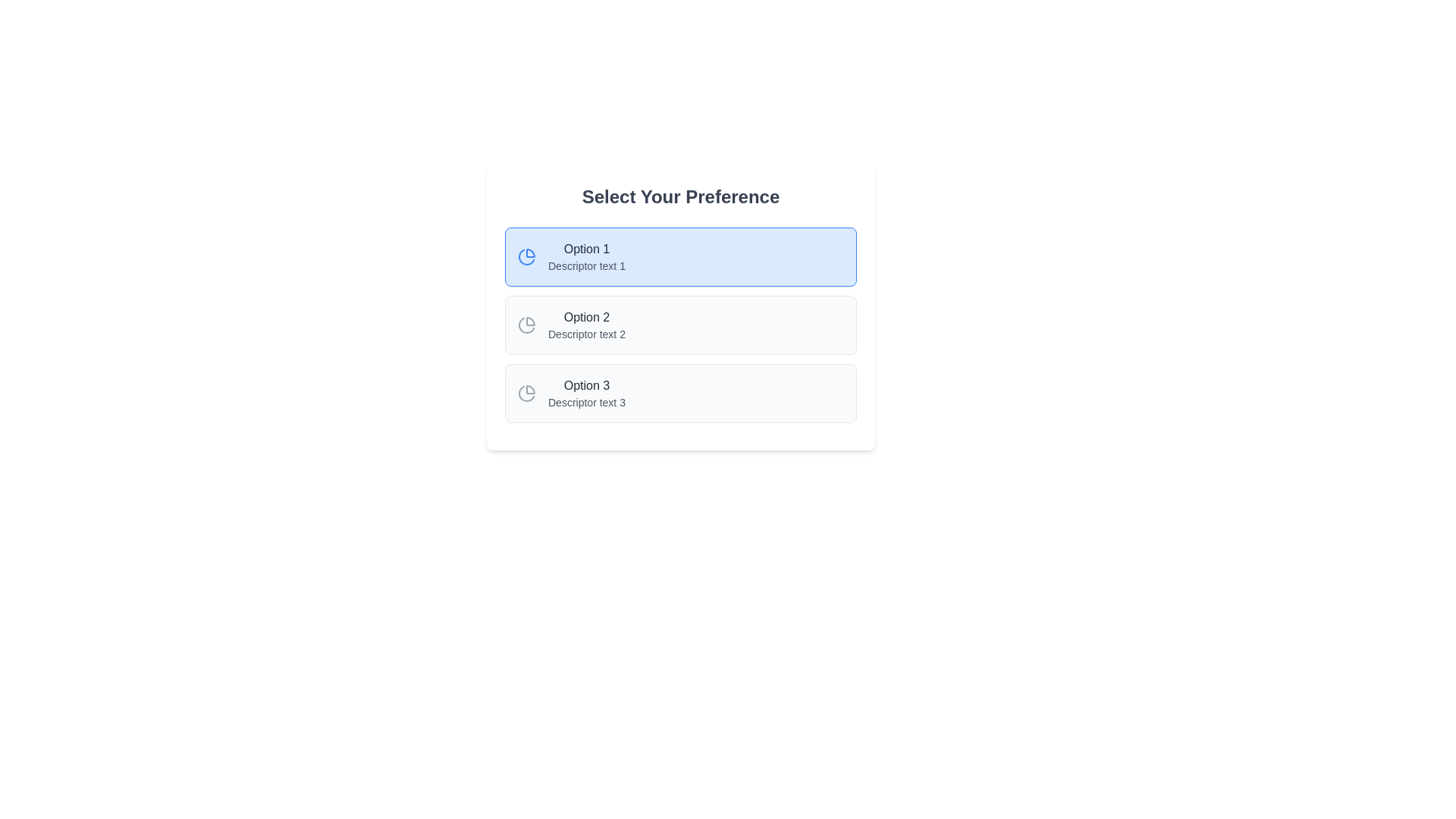 The image size is (1456, 819). What do you see at coordinates (585, 393) in the screenshot?
I see `the 'Option 3' text block within the selectable list item` at bounding box center [585, 393].